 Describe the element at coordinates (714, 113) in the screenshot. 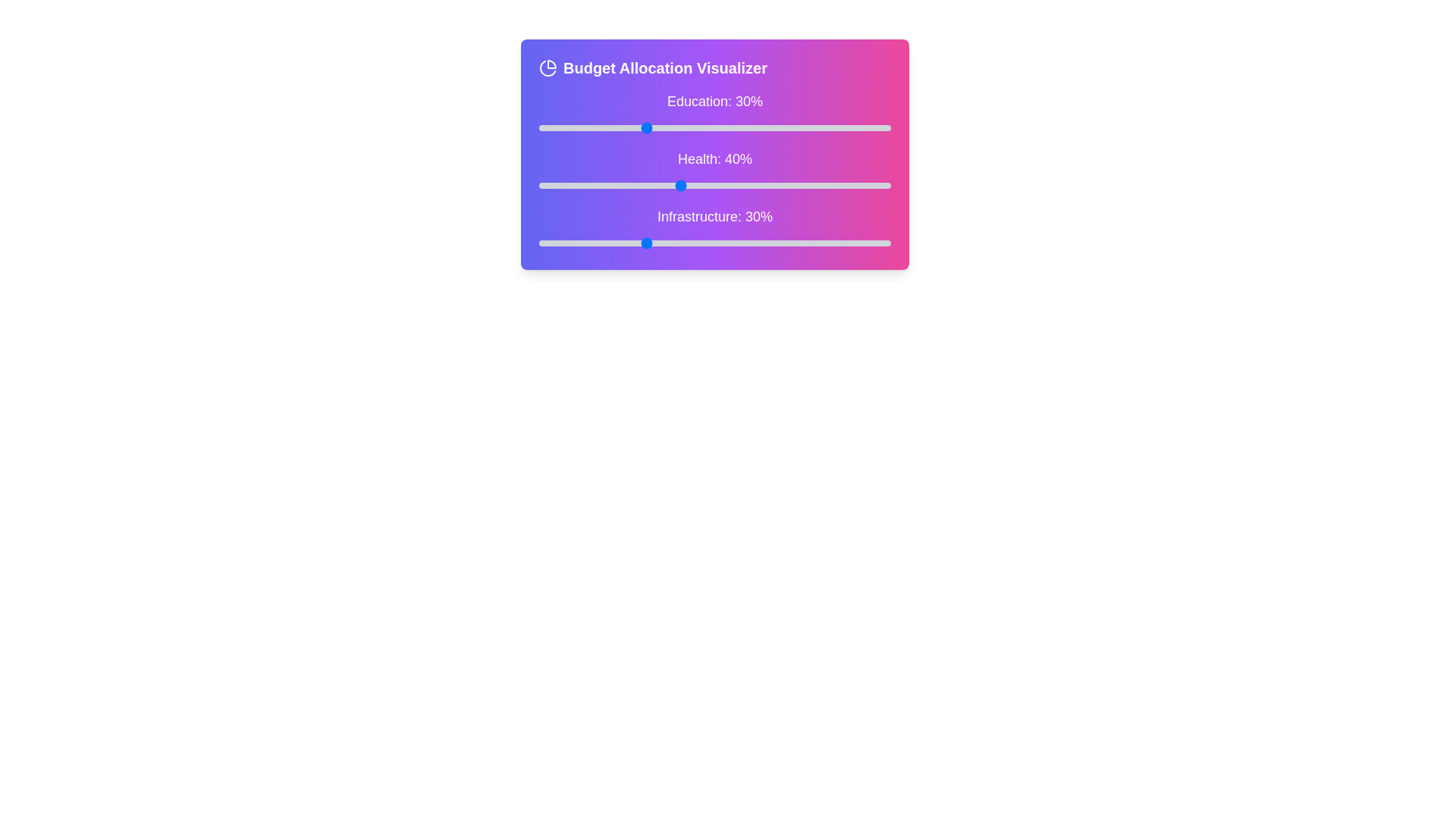

I see `label 'Education: 30%' associated with the horizontal slider located beneath the title 'Budget Allocation Visualizer'` at that location.